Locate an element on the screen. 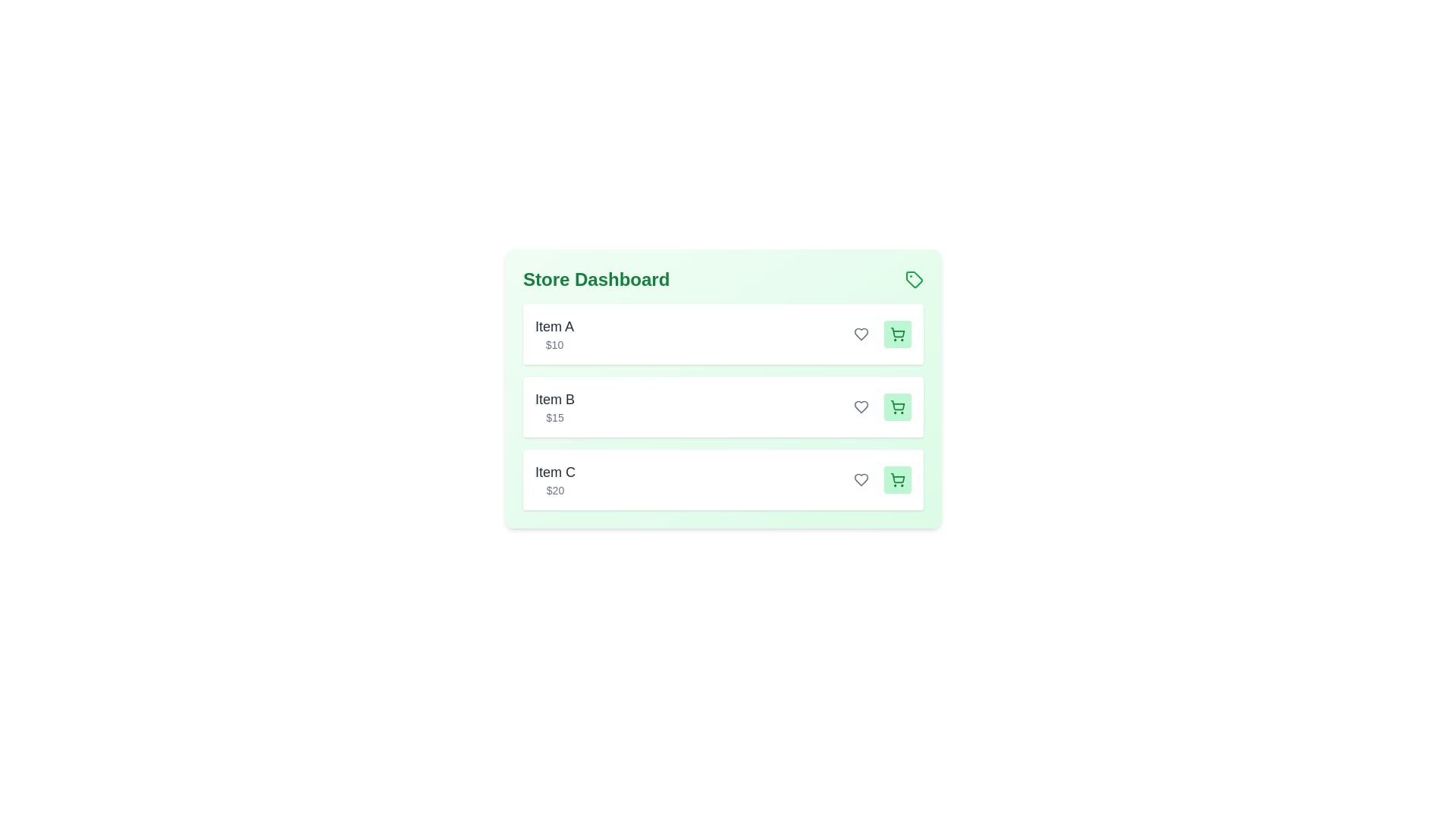  the text label displaying 'Item A' and '$10' in the top left portion of the first card in the vertical list of items, located below the 'Store Dashboard' header is located at coordinates (554, 333).